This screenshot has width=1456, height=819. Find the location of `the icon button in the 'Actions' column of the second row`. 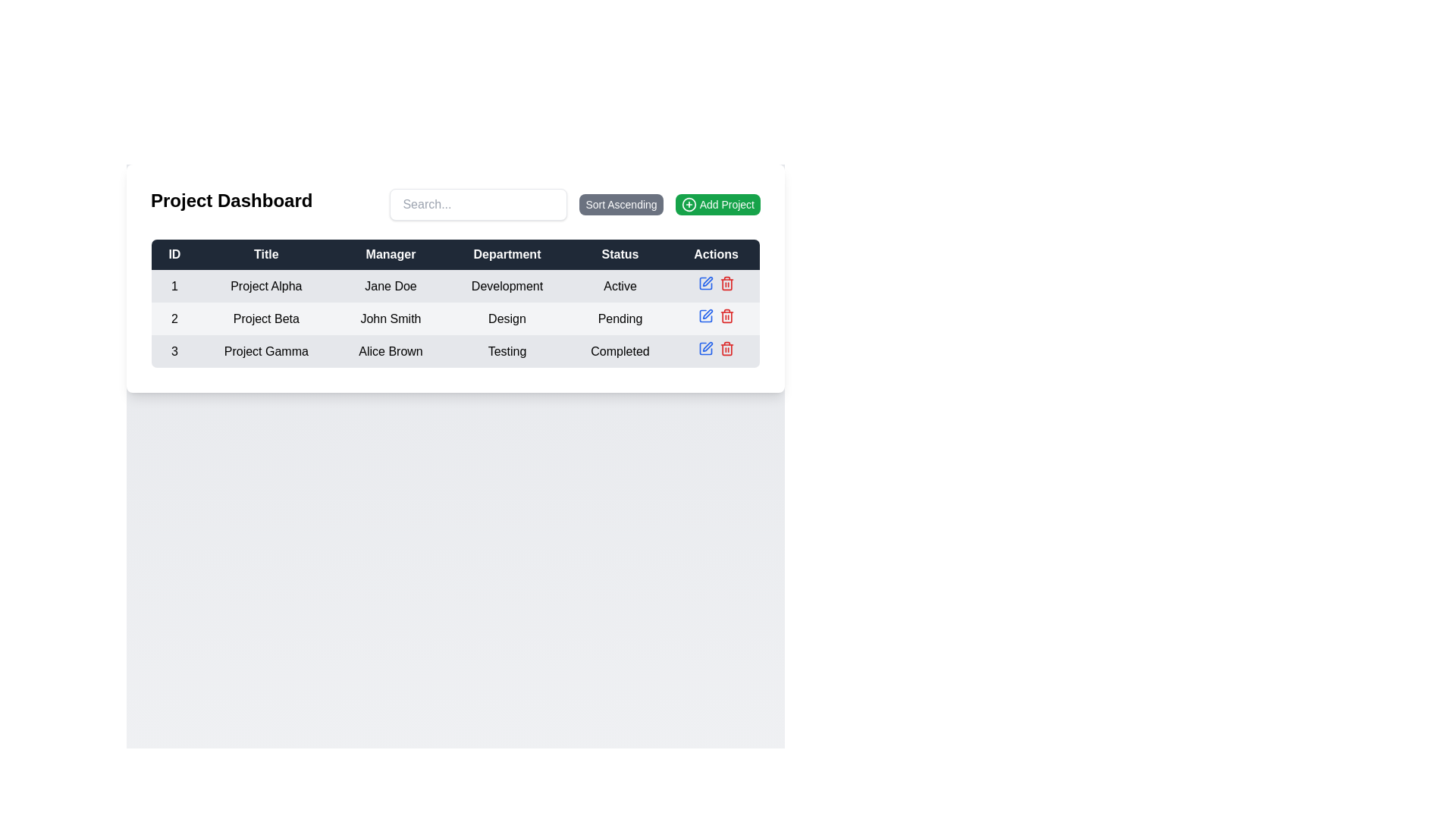

the icon button in the 'Actions' column of the second row is located at coordinates (707, 313).